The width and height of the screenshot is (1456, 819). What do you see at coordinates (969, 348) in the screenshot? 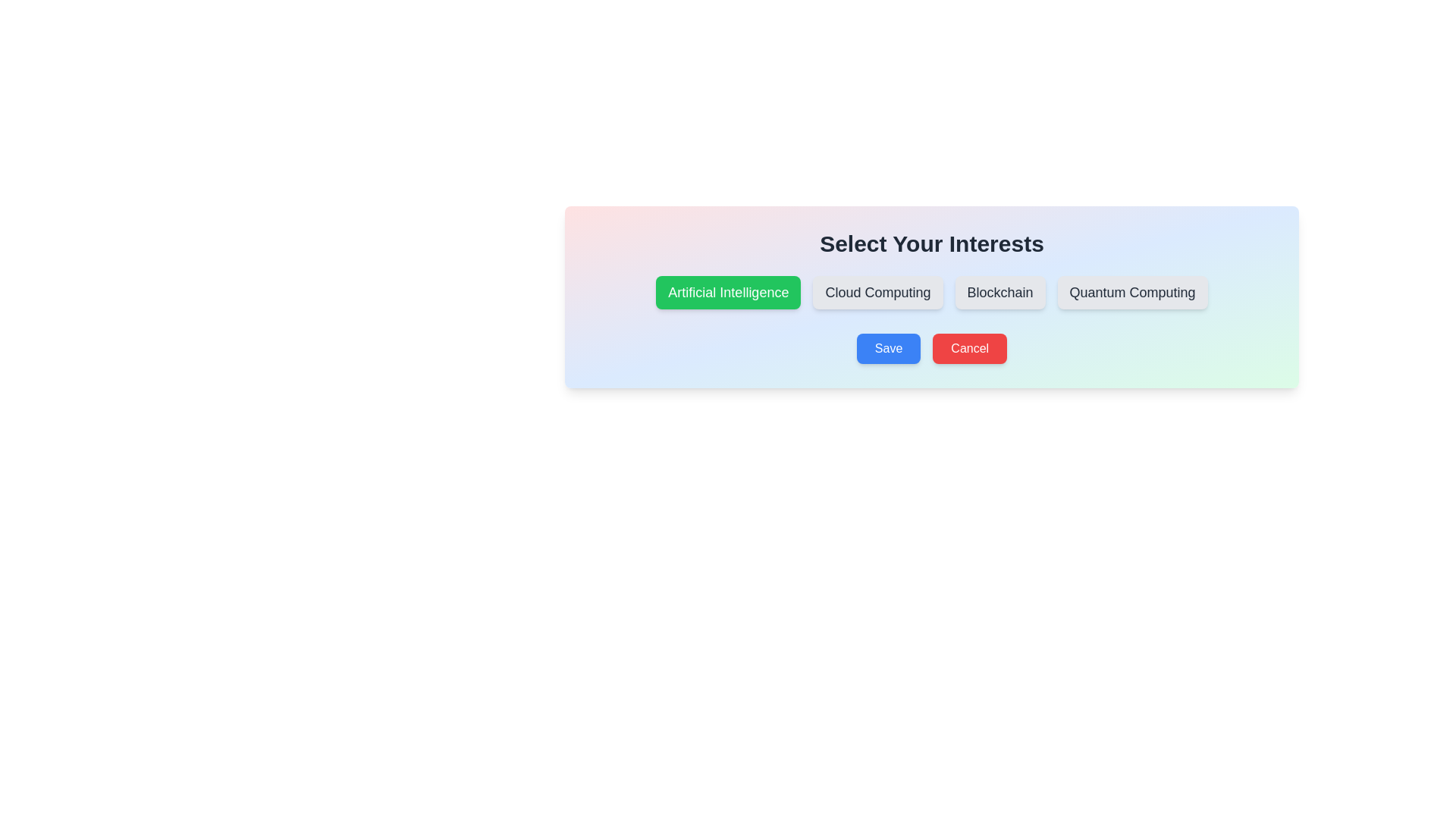
I see `the 'Cancel' button to discard changes` at bounding box center [969, 348].